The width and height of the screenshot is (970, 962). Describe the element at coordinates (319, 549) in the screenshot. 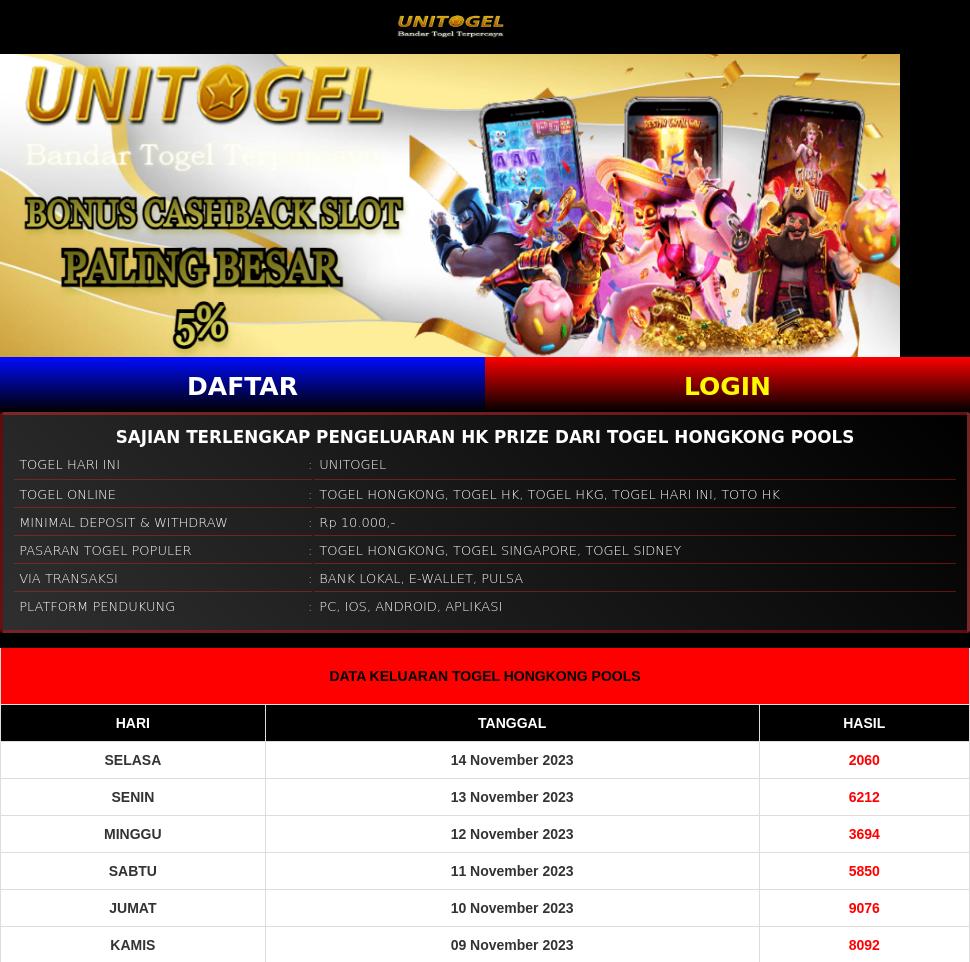

I see `'TOGEL HONGKONG, TOGEL SINGAPORE, TOGEL SIDNEY'` at that location.